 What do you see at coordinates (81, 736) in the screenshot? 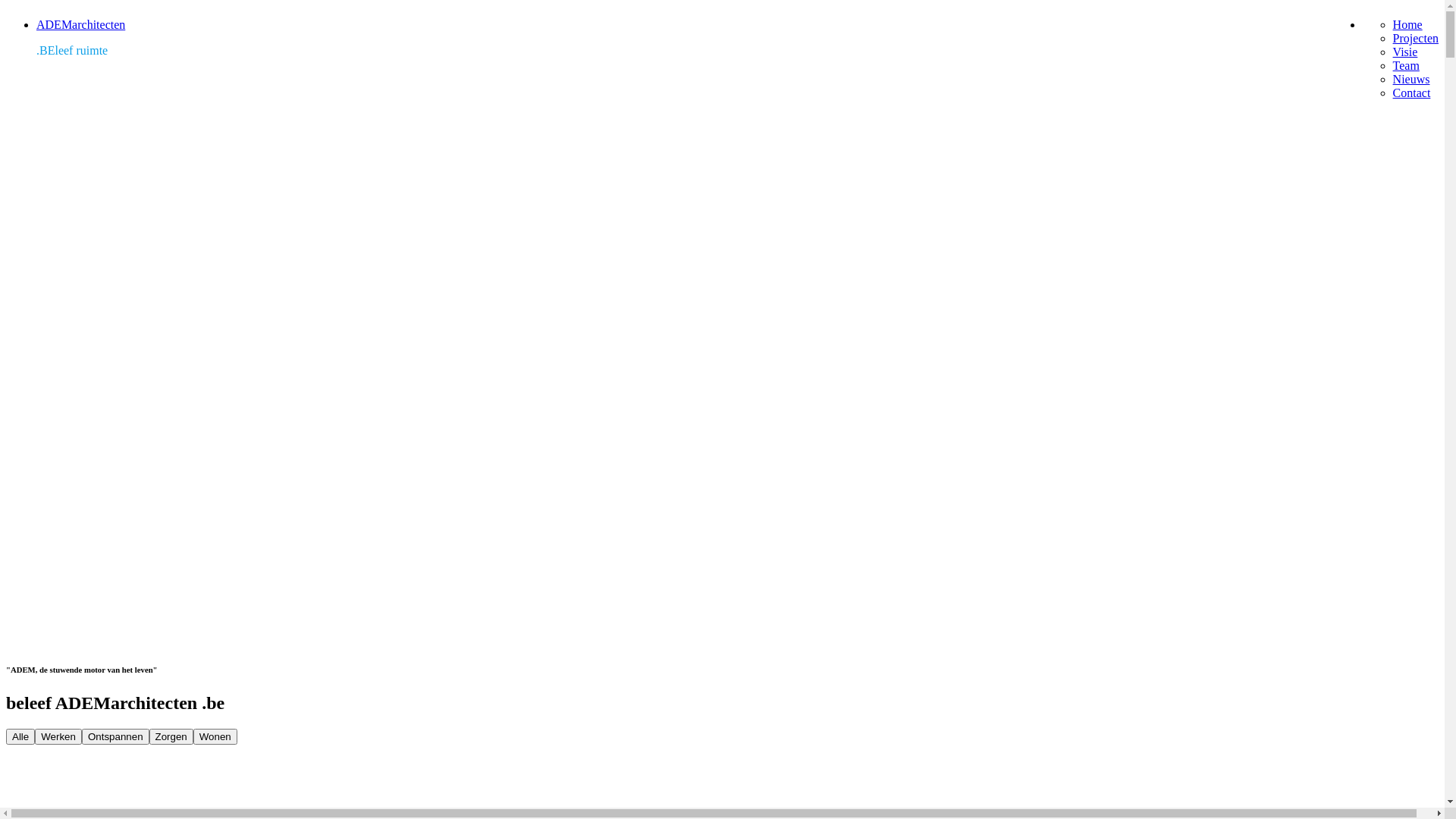
I see `'Ontspannen'` at bounding box center [81, 736].